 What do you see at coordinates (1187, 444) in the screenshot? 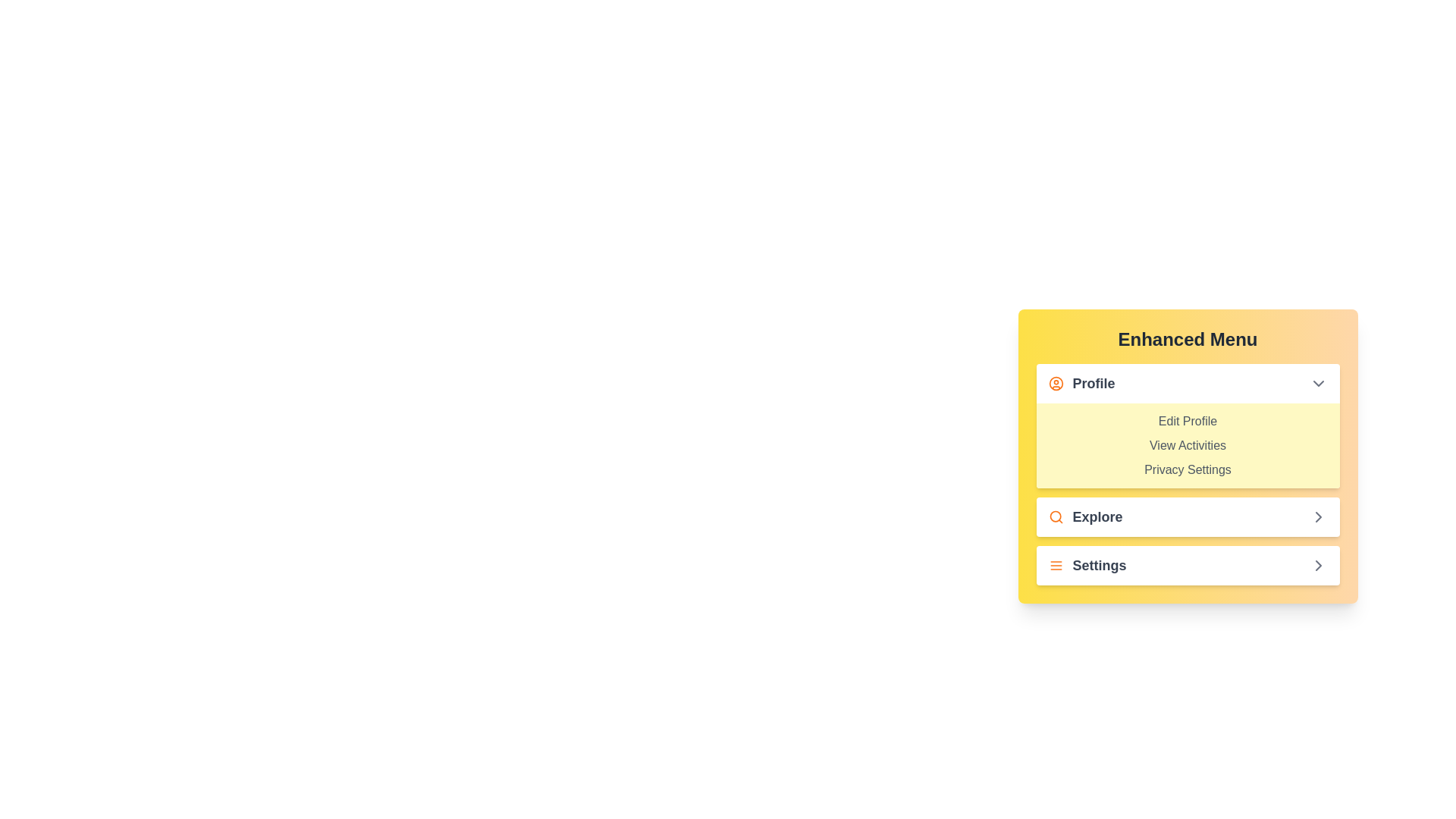
I see `the navigation link labeled as the second item under the 'Profile' category, which directs the user` at bounding box center [1187, 444].